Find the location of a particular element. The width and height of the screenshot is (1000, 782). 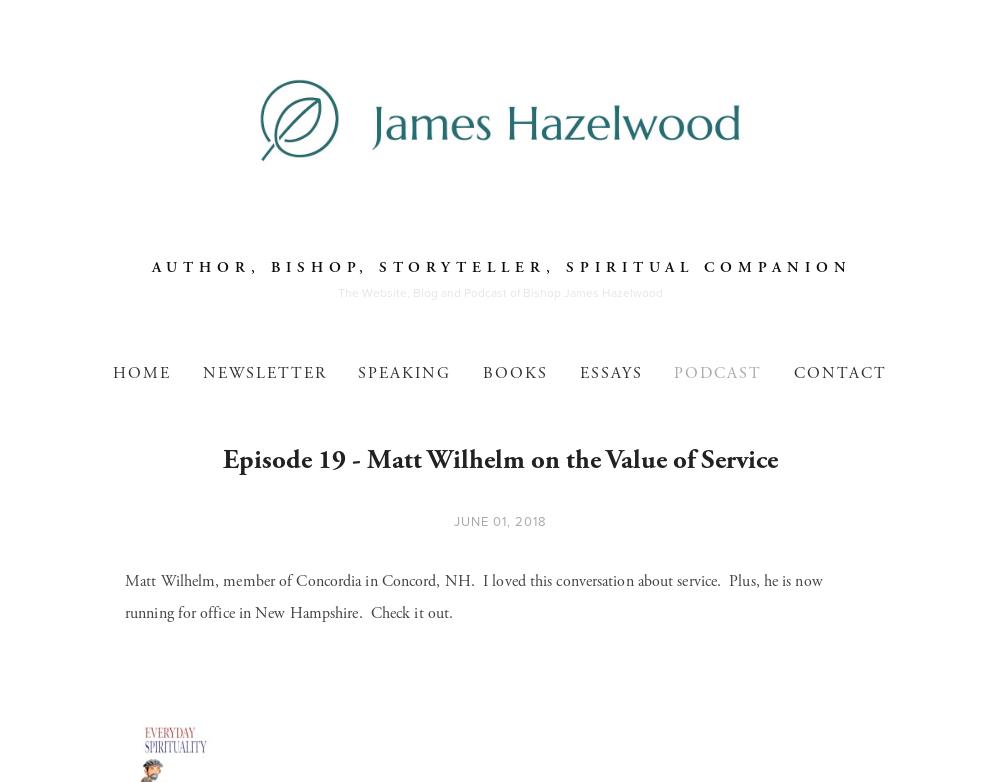

'Matt Wilhelm, member of Concordia in Concord, NH.  I loved this conversation about service.  Plus, he is now running for office in New Hampshire.  Check it out.' is located at coordinates (125, 596).